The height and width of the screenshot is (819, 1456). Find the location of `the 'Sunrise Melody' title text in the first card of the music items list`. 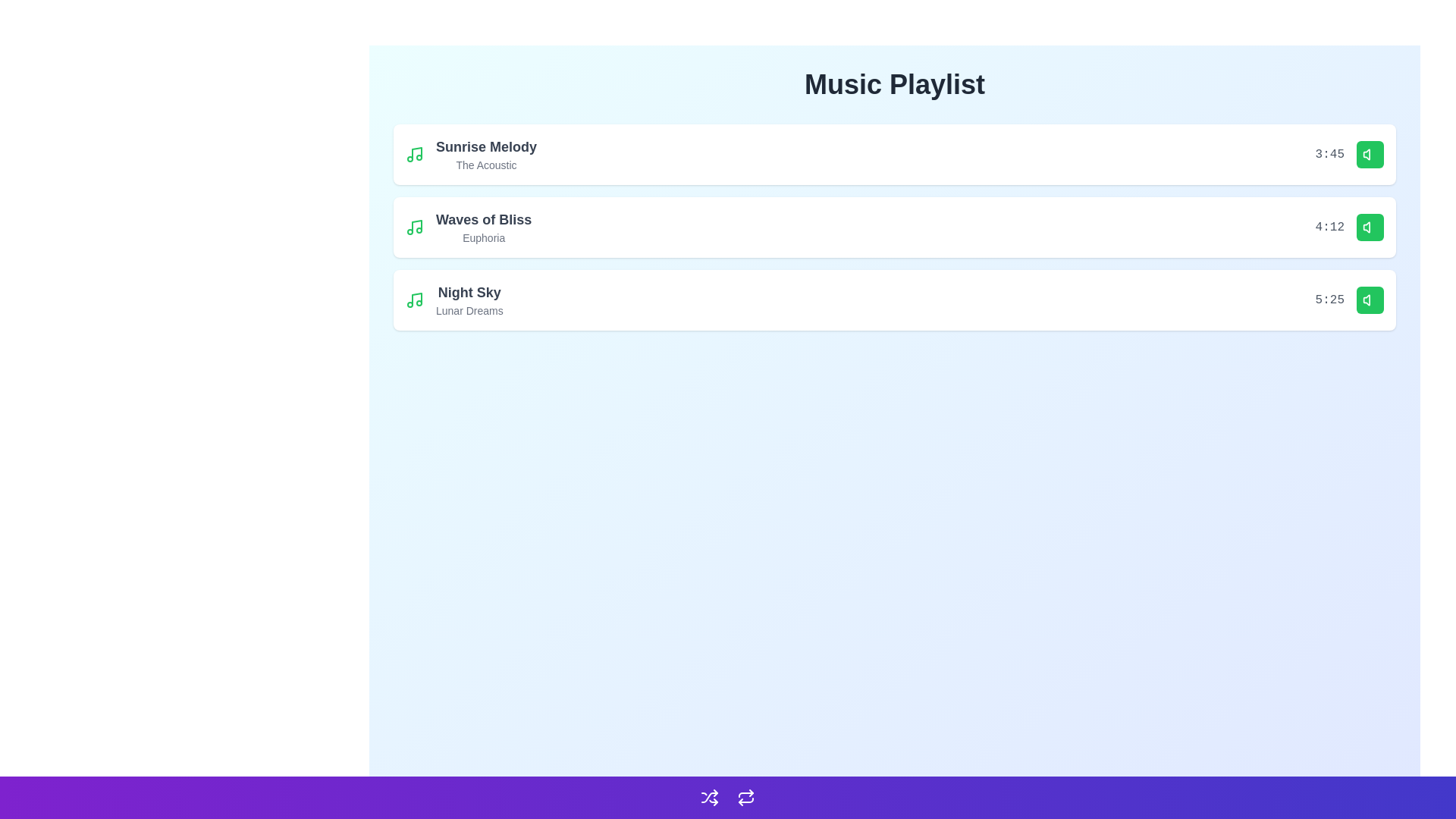

the 'Sunrise Melody' title text in the first card of the music items list is located at coordinates (486, 155).